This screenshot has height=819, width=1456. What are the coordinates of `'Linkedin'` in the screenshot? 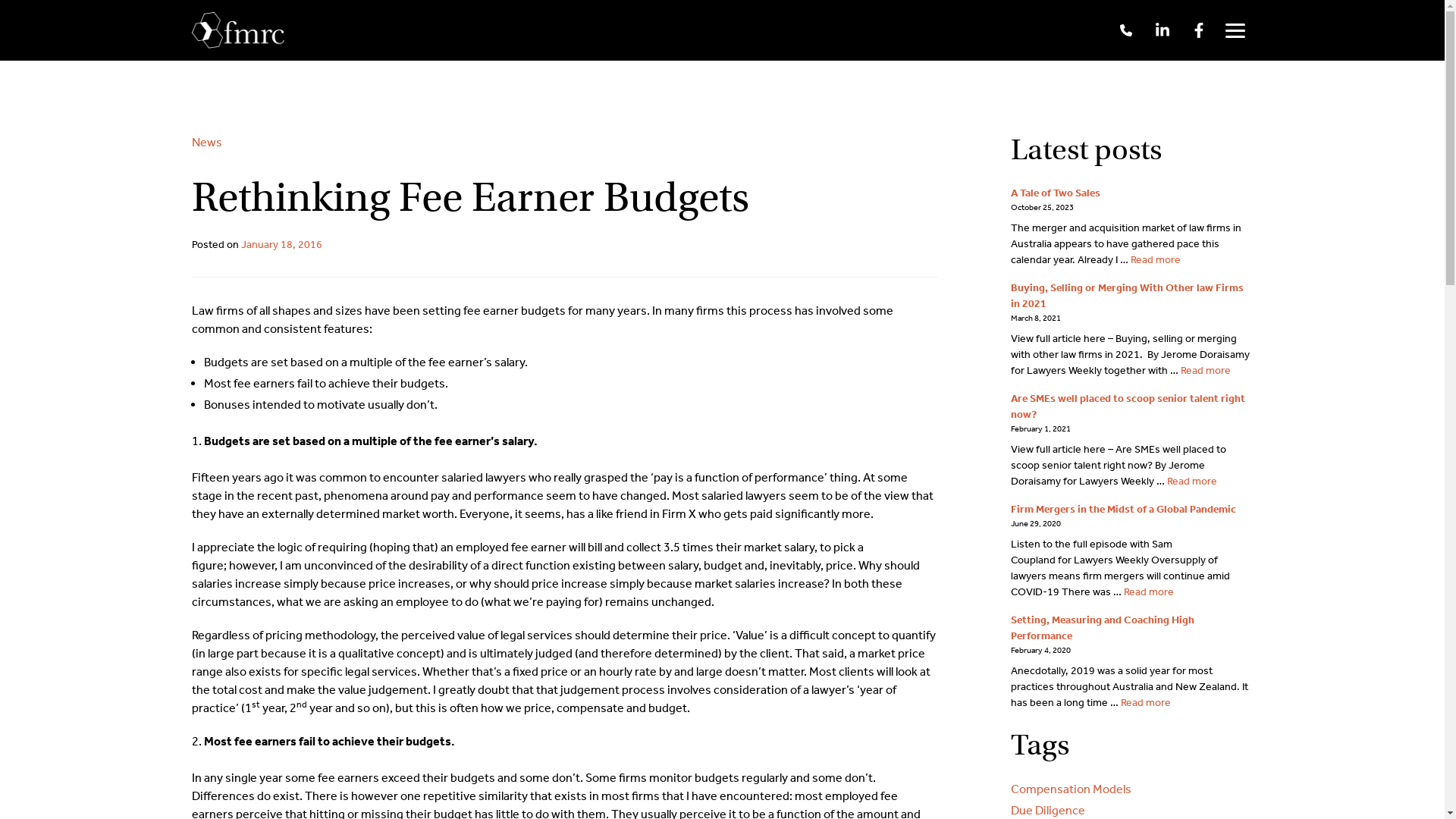 It's located at (1160, 30).